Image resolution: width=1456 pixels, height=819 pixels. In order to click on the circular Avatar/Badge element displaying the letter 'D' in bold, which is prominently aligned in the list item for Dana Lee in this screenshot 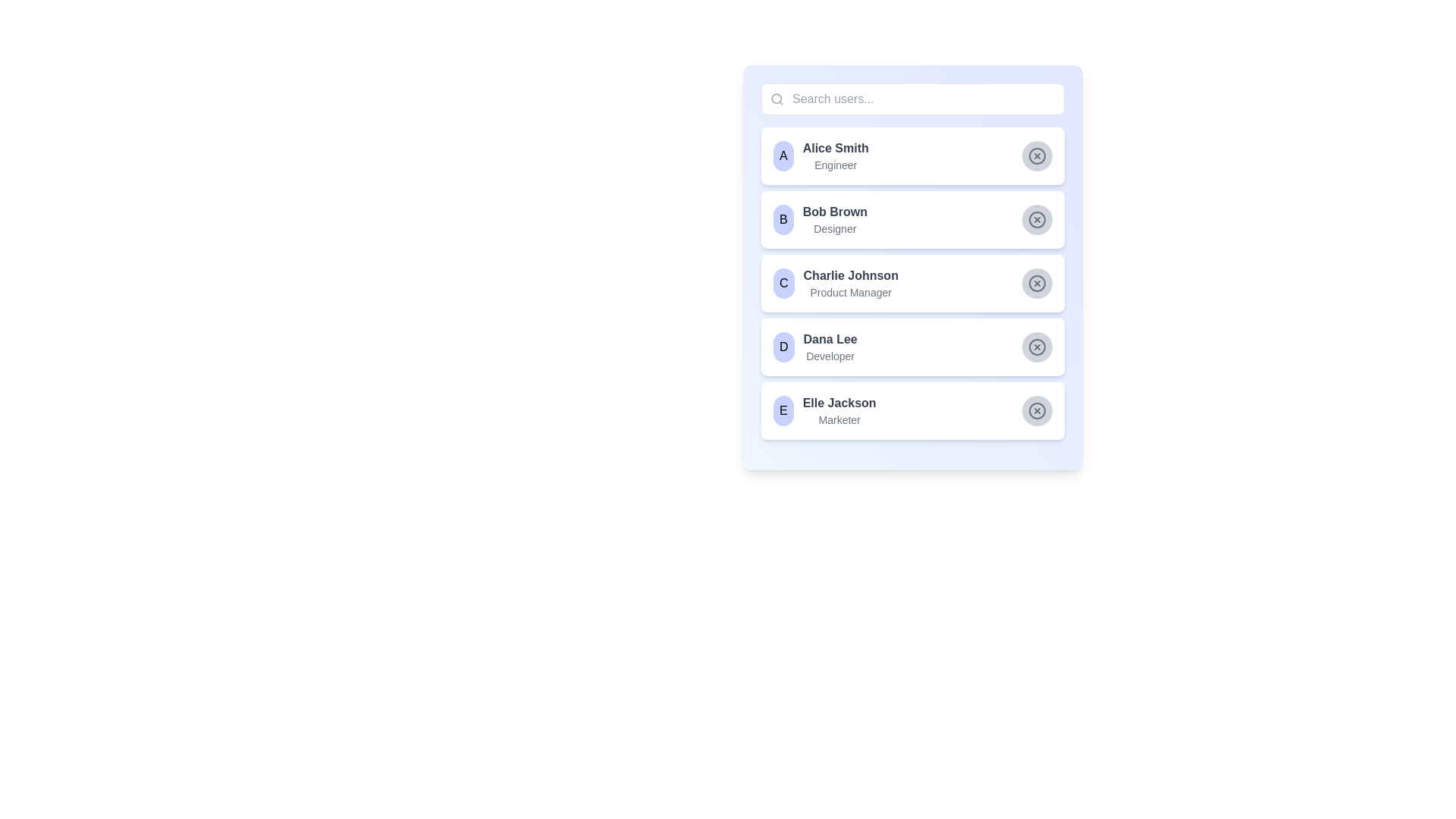, I will do `click(783, 347)`.